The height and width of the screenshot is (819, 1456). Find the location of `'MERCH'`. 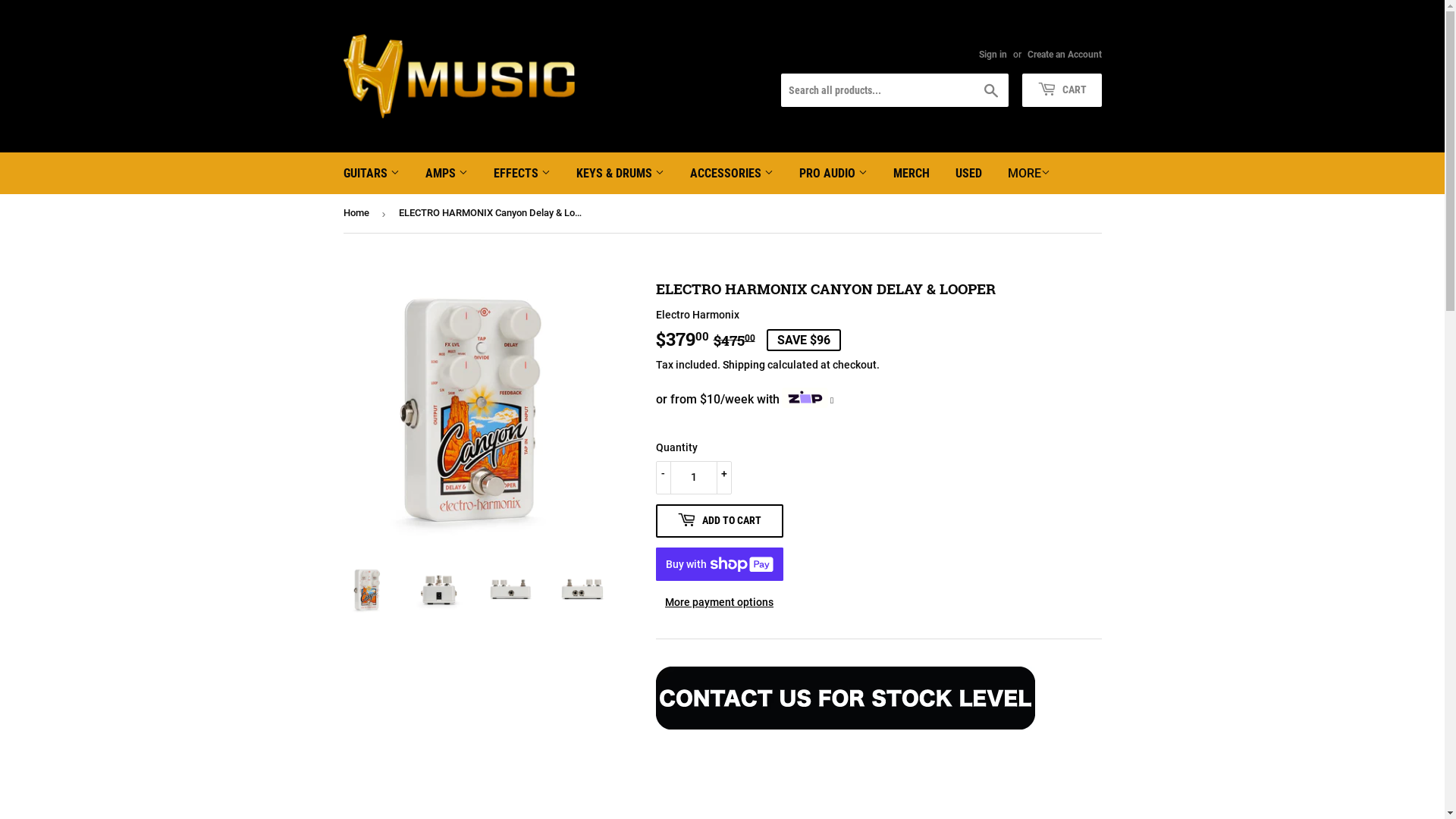

'MERCH' is located at coordinates (910, 172).